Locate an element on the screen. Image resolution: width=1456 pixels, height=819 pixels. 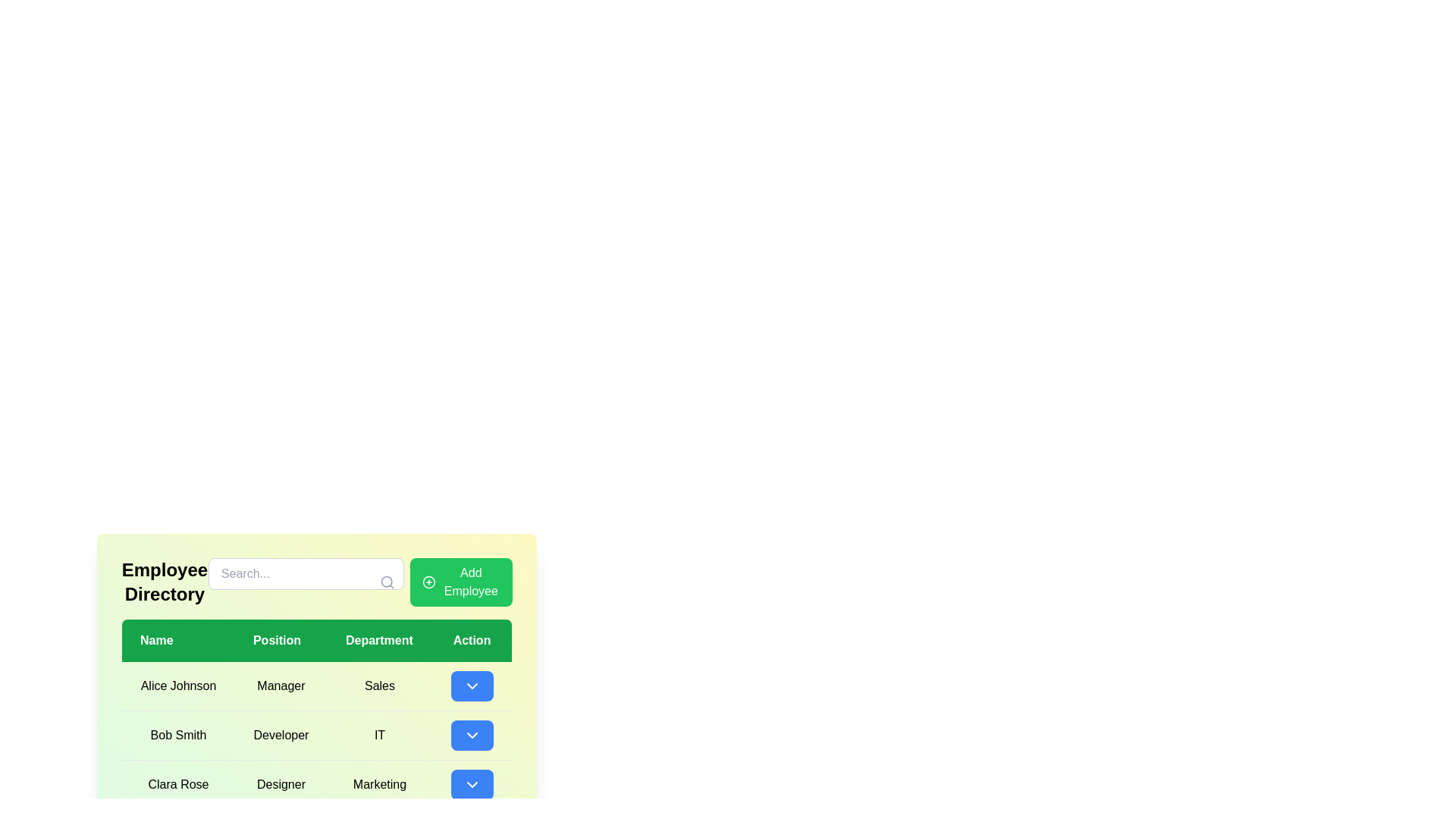
the text label displaying 'Developer' in the second row of the table under the 'Position' column, aligned with 'Bob Smith' in the 'Name' column is located at coordinates (281, 734).